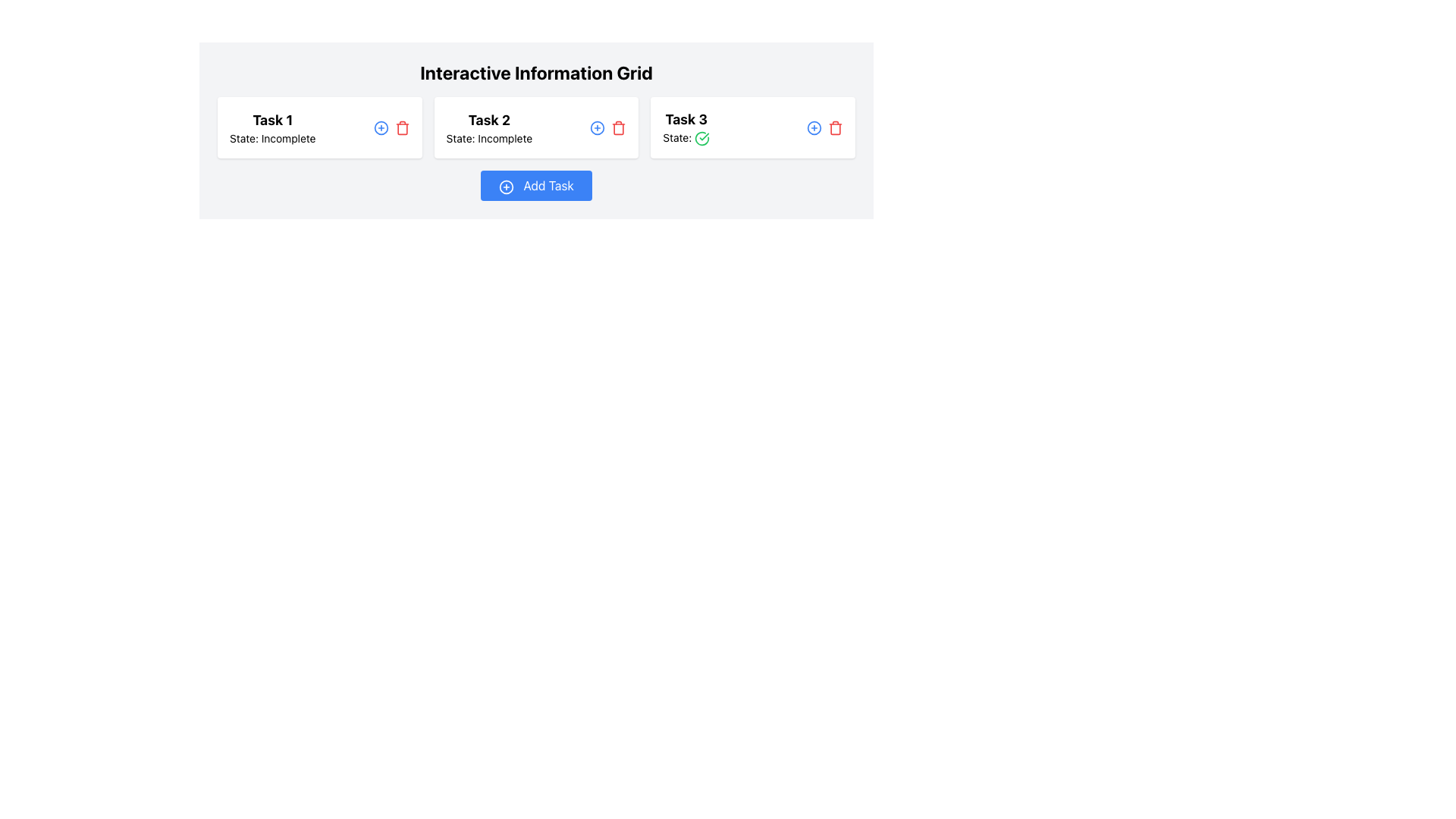  I want to click on the text label component that indicates 'Task 3', located in the top-right segment of the task grid, so click(686, 119).